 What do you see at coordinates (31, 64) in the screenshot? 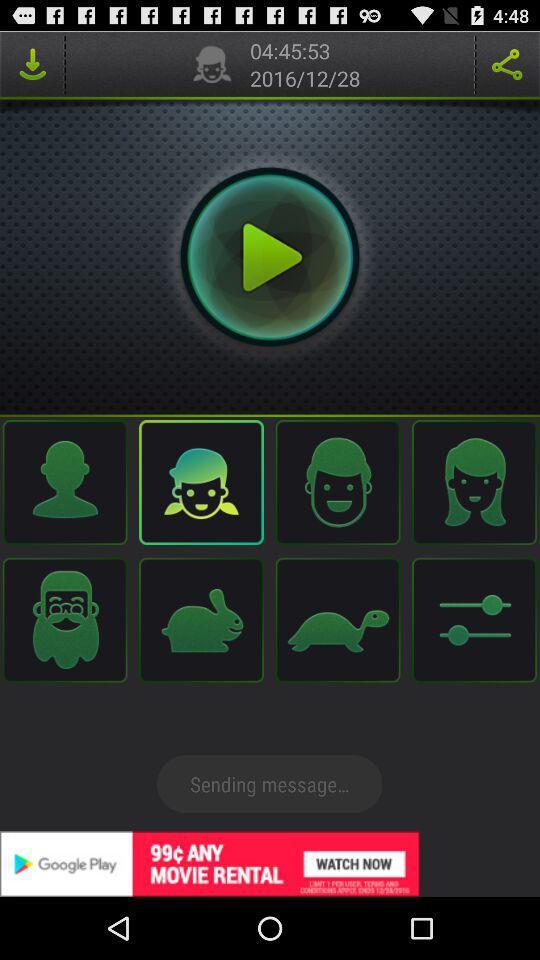
I see `click save icon` at bounding box center [31, 64].